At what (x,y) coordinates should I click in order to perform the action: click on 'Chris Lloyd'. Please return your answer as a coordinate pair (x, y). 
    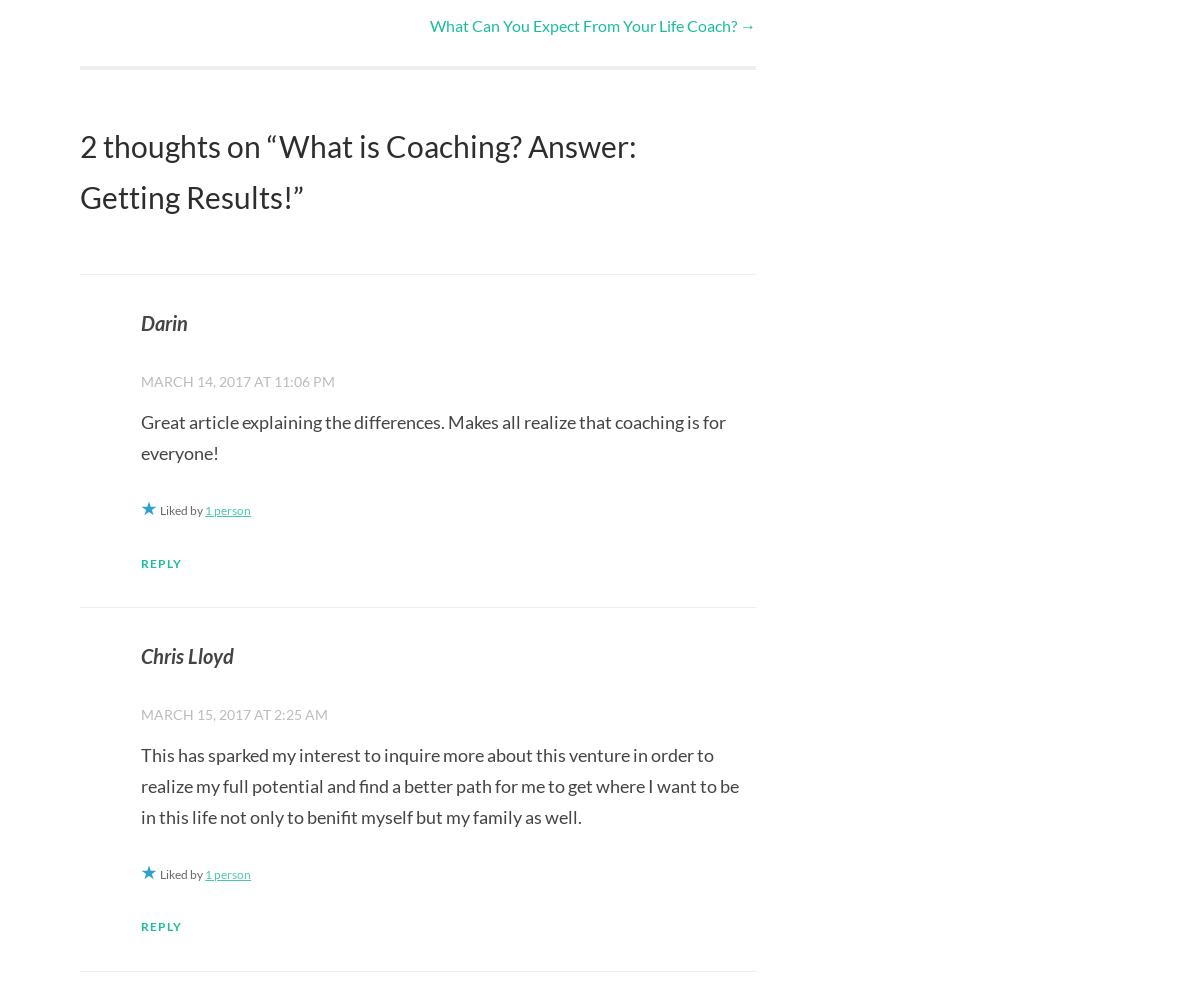
    Looking at the image, I should click on (186, 655).